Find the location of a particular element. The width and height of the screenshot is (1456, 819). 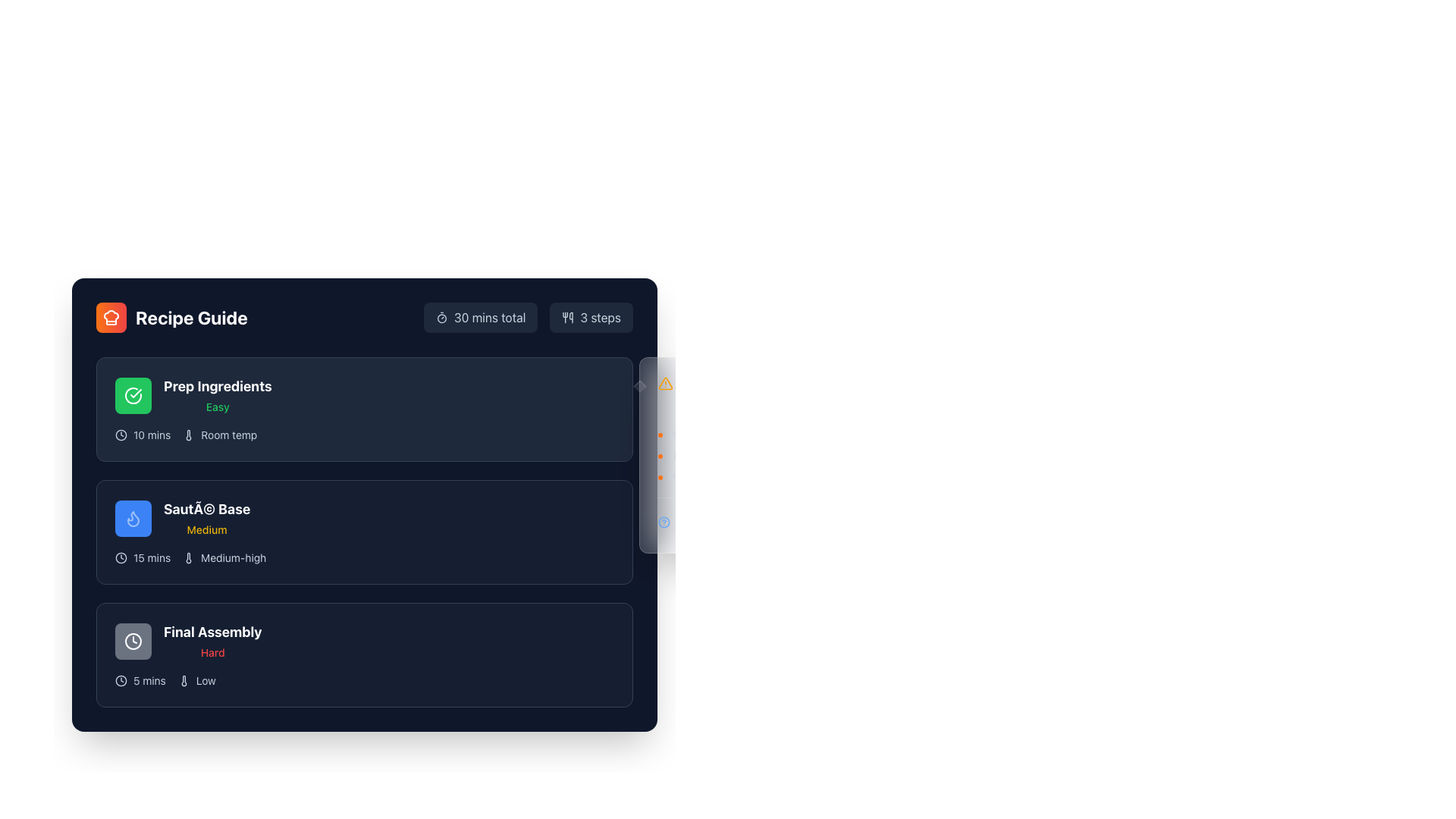

the 'Final Assembly' list item text is located at coordinates (187, 641).